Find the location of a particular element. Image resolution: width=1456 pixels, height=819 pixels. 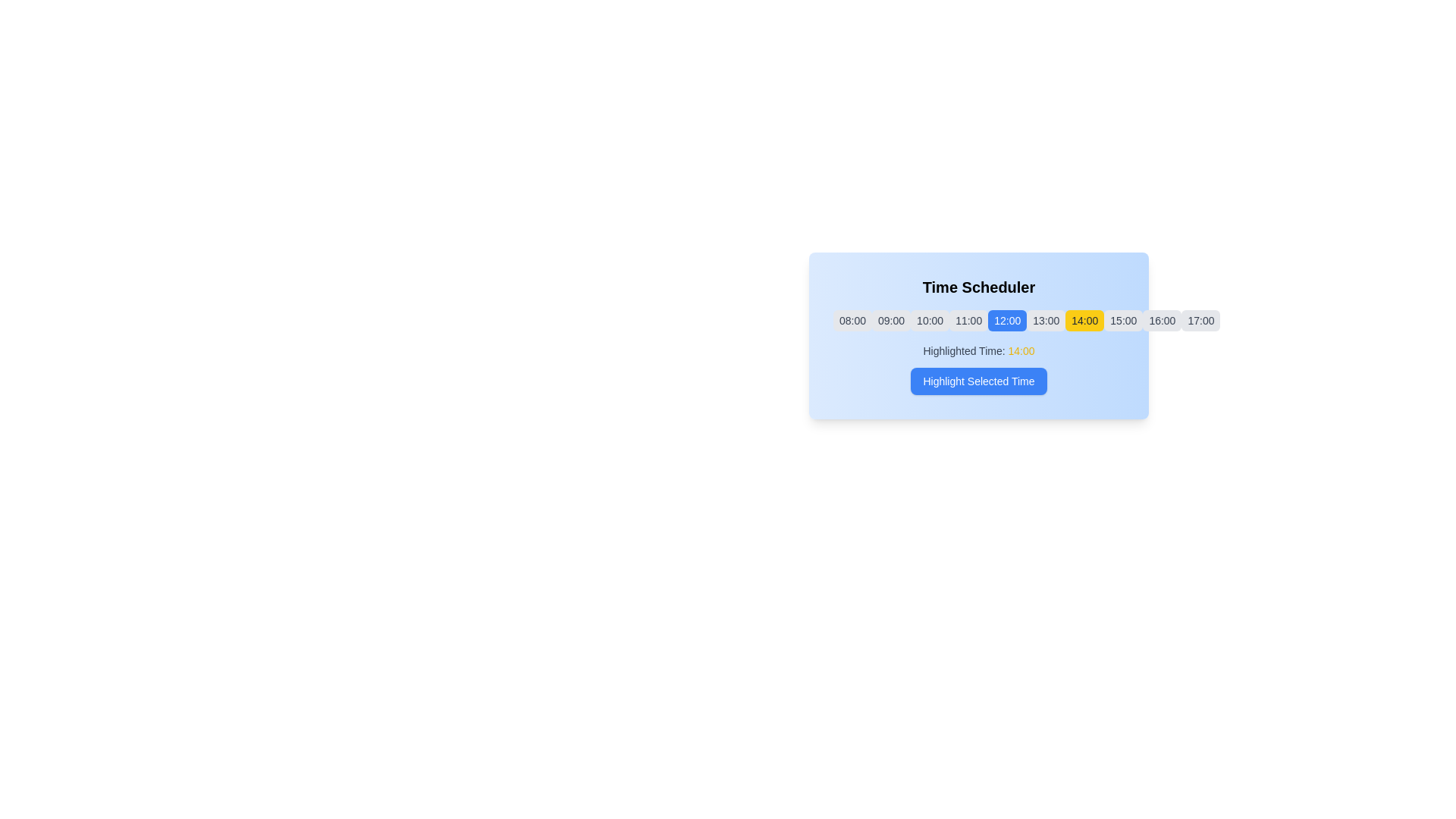

the text label that serves as the heading for the time management interface, positioned at the topmost center of its card-style panel with a blue gradient background is located at coordinates (979, 287).